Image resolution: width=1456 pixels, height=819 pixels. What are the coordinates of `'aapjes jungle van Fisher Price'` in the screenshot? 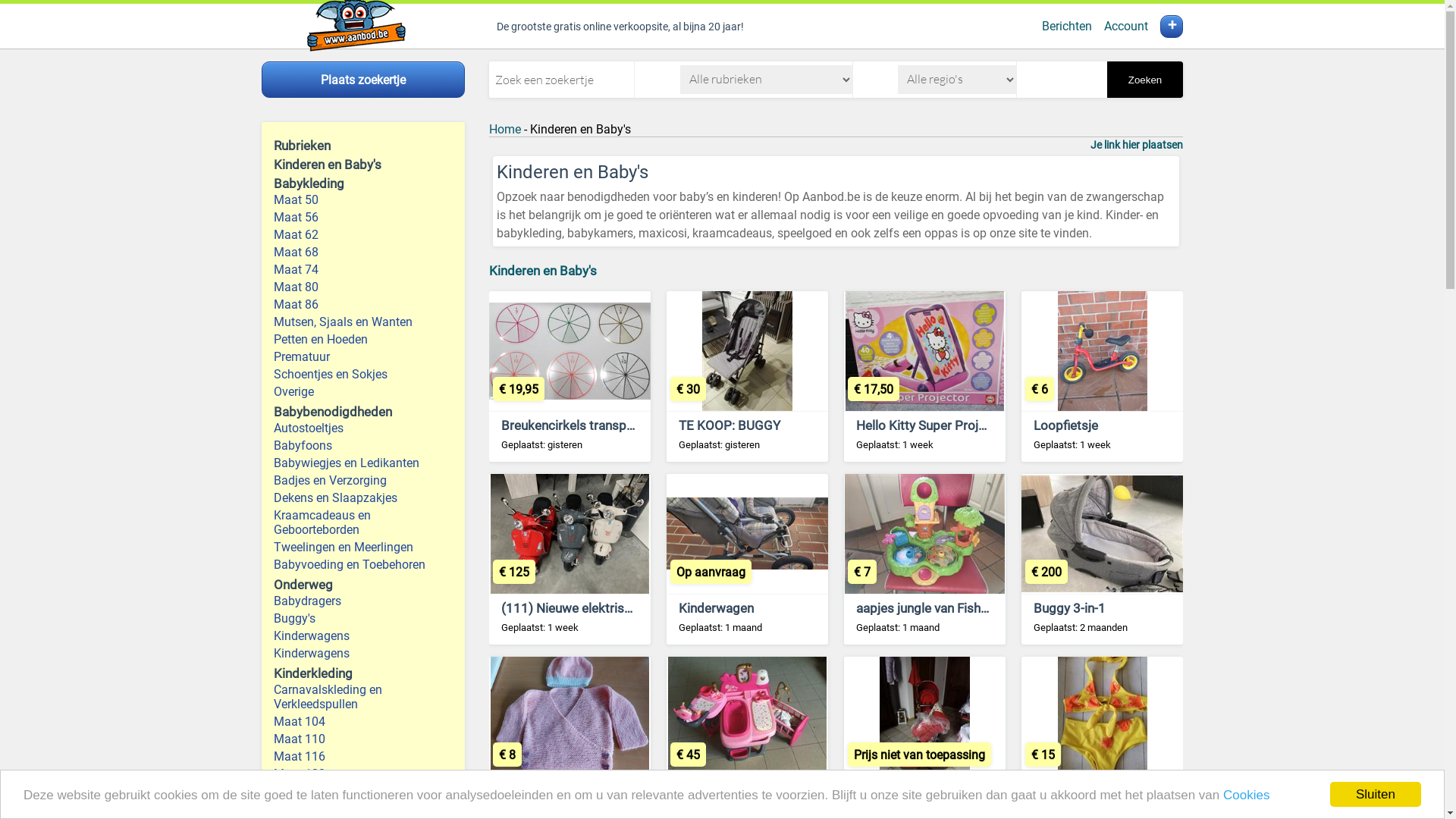 It's located at (939, 607).